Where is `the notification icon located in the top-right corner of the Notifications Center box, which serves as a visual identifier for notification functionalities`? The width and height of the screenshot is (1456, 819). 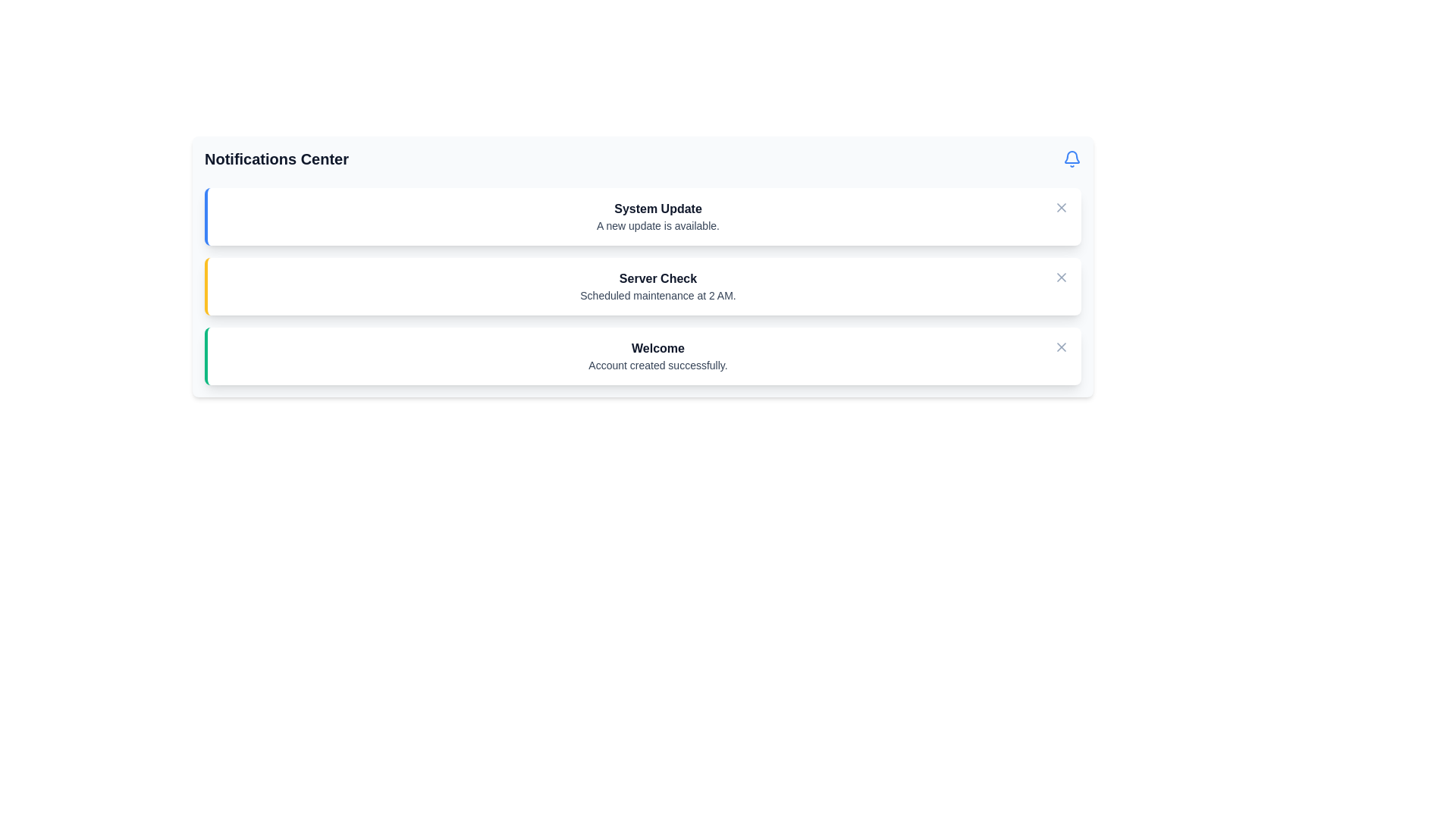
the notification icon located in the top-right corner of the Notifications Center box, which serves as a visual identifier for notification functionalities is located at coordinates (1072, 157).